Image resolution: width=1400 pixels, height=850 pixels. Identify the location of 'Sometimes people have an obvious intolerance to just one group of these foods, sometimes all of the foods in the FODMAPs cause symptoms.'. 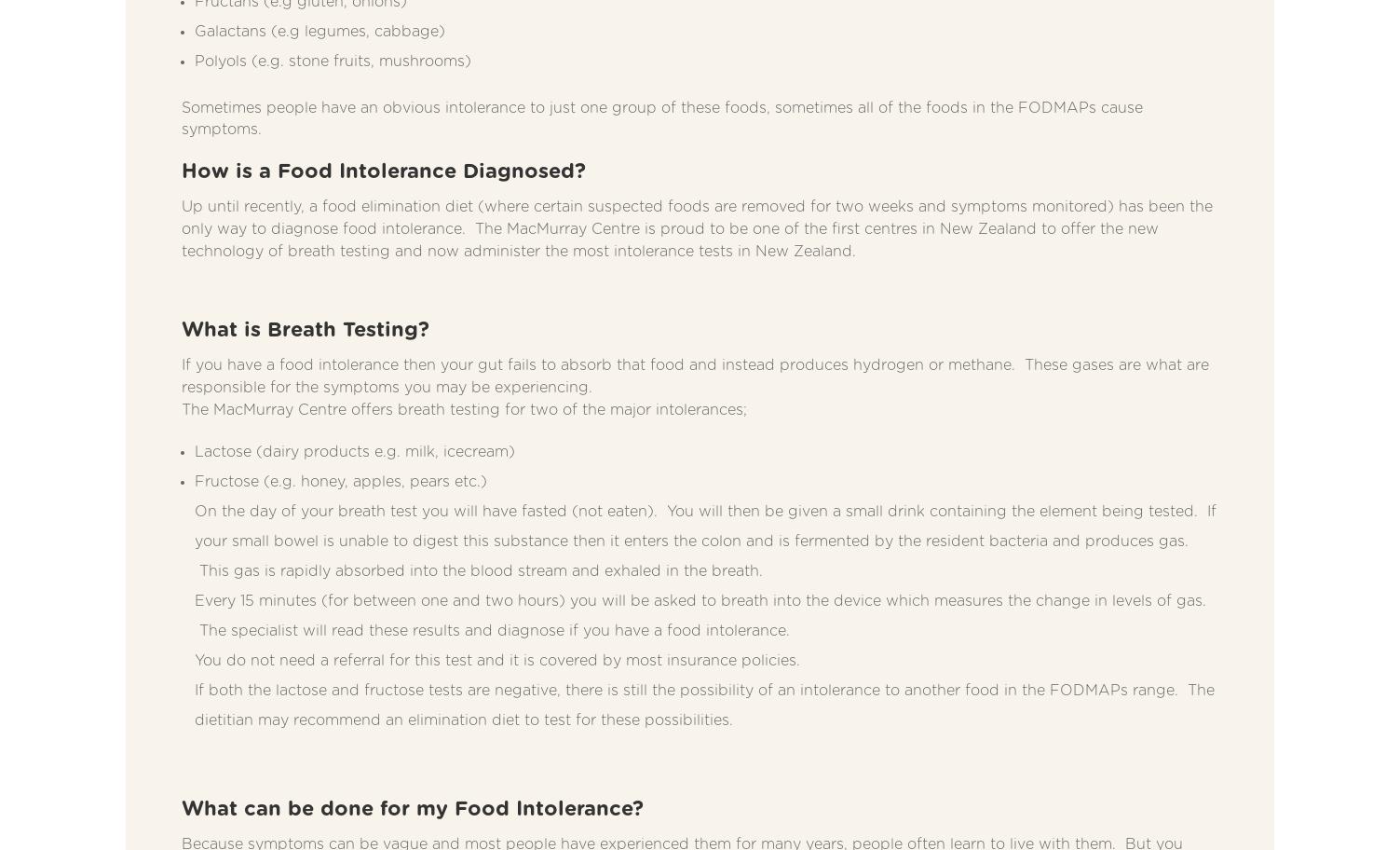
(662, 117).